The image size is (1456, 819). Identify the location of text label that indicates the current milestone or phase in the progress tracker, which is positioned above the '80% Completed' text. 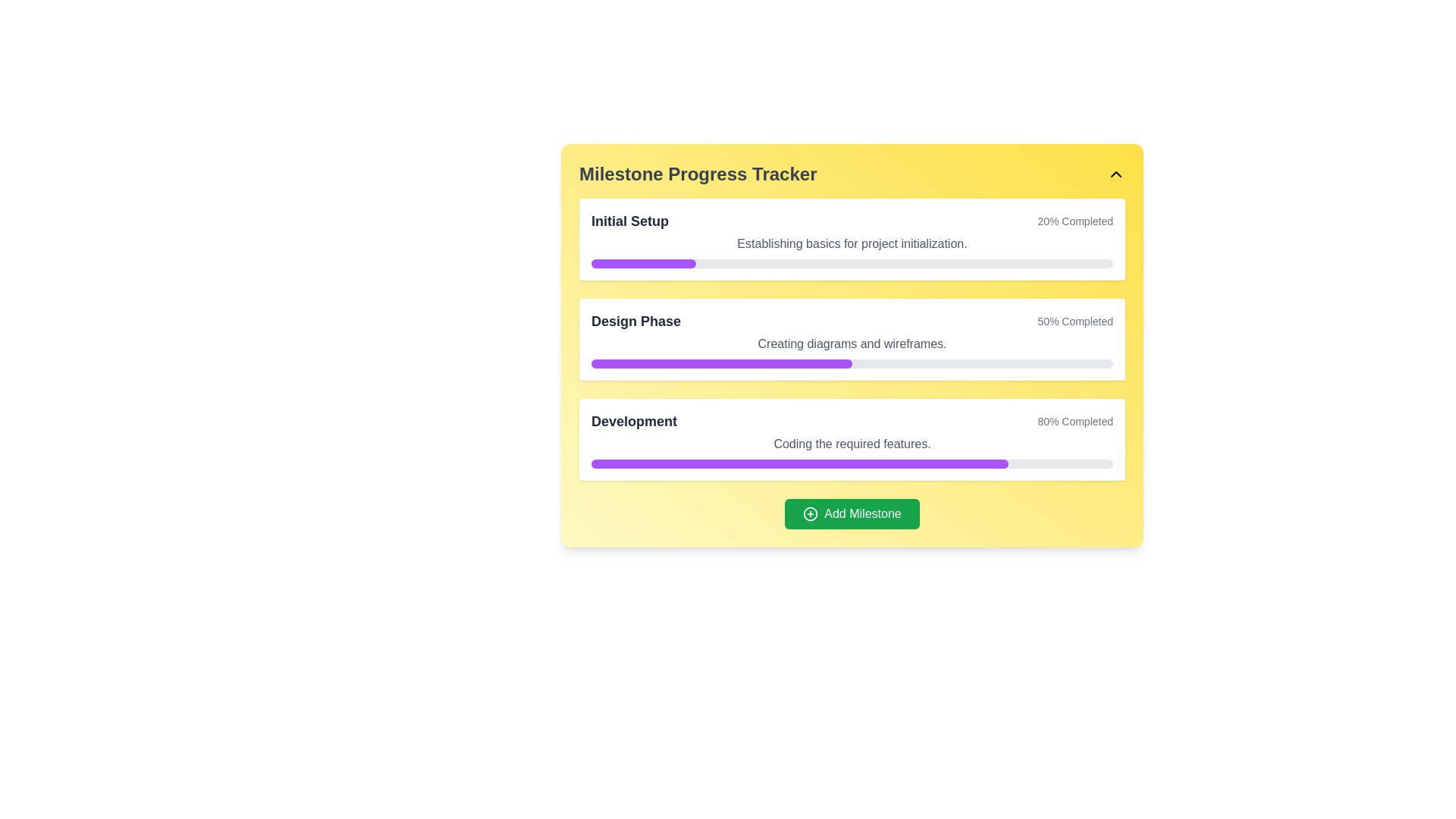
(634, 421).